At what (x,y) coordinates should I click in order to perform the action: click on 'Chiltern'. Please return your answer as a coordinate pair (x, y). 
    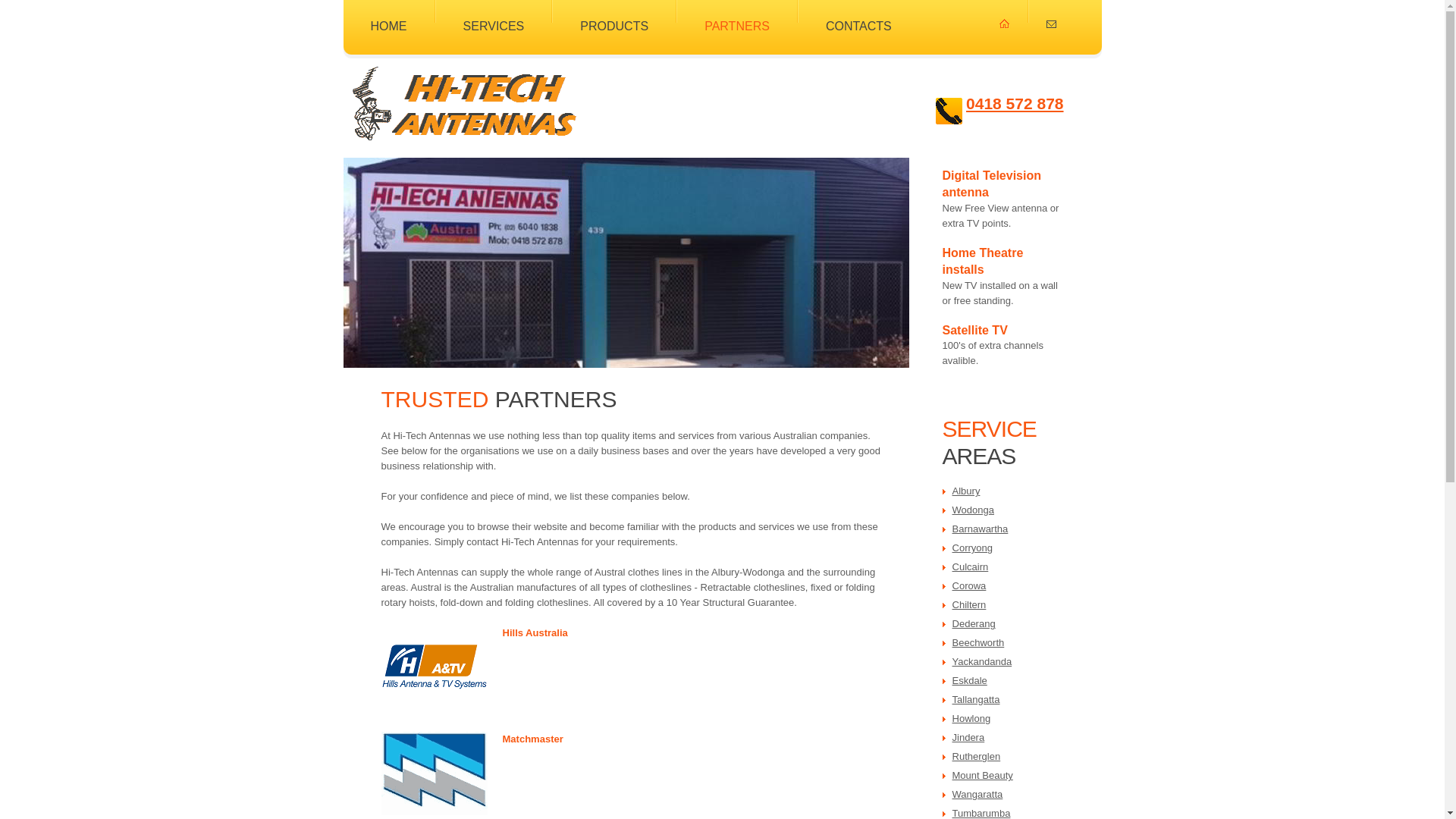
    Looking at the image, I should click on (968, 604).